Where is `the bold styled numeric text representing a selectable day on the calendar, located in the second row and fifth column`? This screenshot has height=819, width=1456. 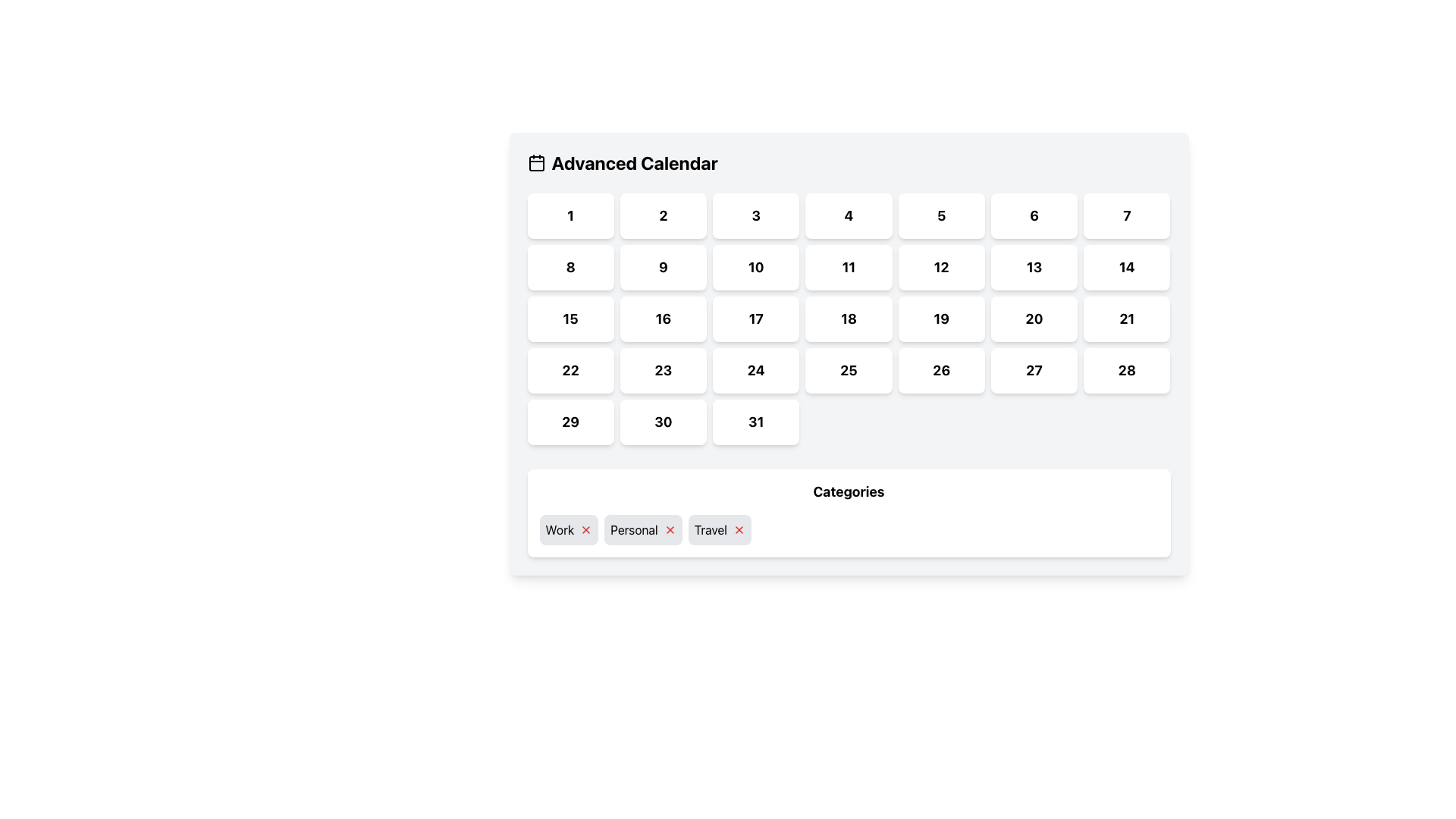
the bold styled numeric text representing a selectable day on the calendar, located in the second row and fifth column is located at coordinates (940, 215).